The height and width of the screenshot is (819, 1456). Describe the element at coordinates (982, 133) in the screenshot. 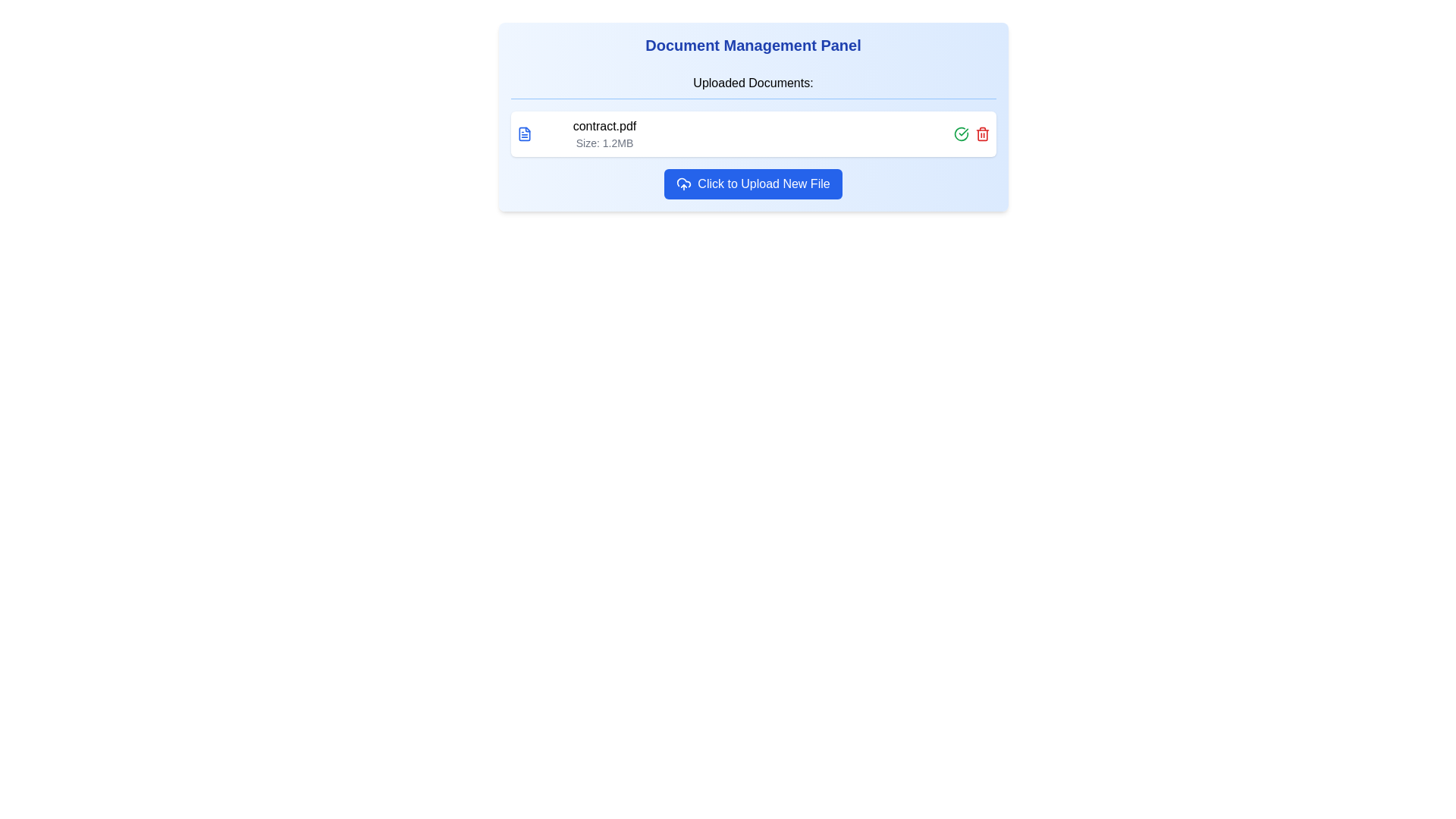

I see `the deletion button located to the right side of the document details row` at that location.